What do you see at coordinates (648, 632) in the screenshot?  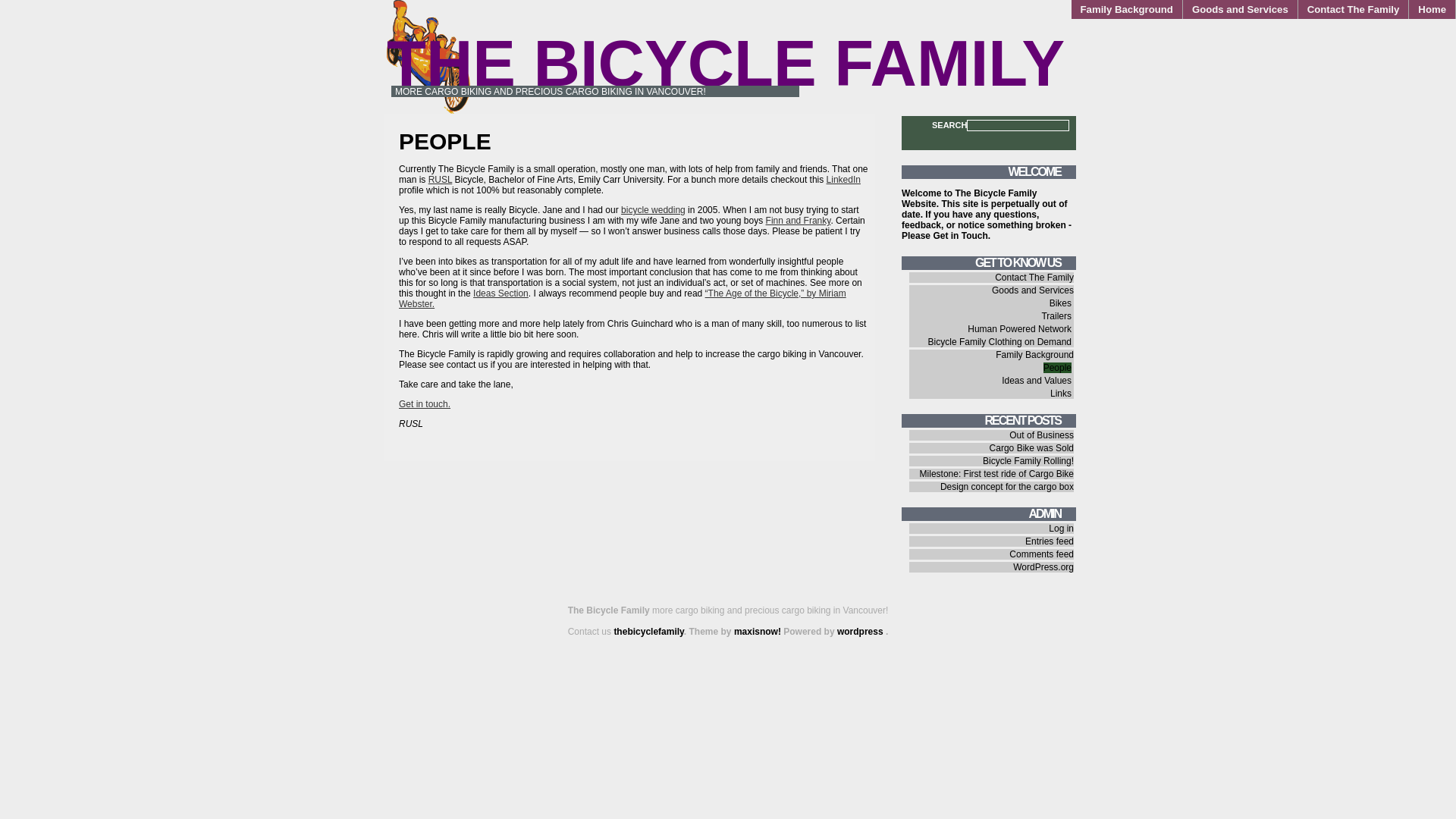 I see `'thebicyclefamily'` at bounding box center [648, 632].